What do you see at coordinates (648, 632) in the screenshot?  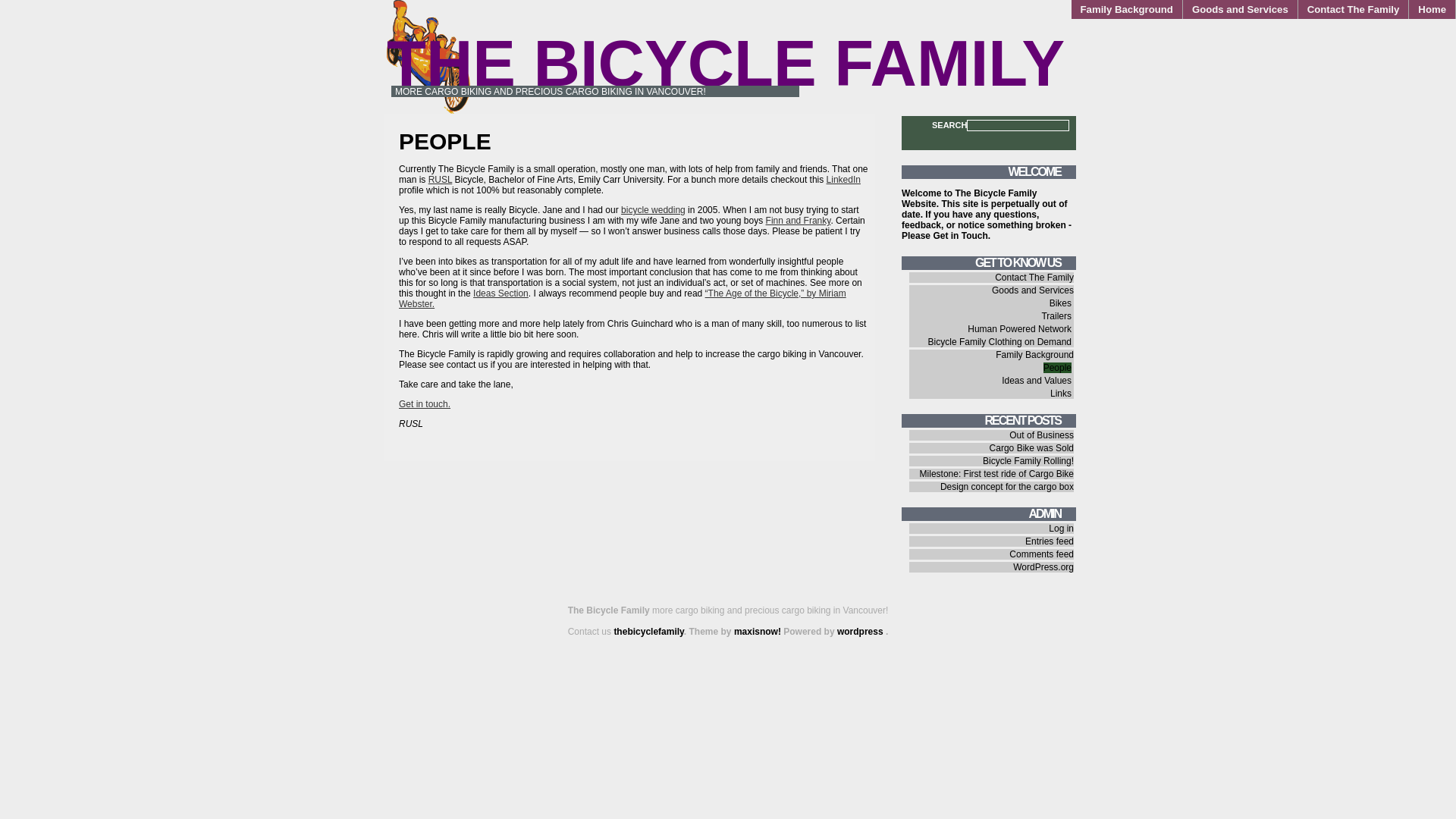 I see `'thebicyclefamily'` at bounding box center [648, 632].